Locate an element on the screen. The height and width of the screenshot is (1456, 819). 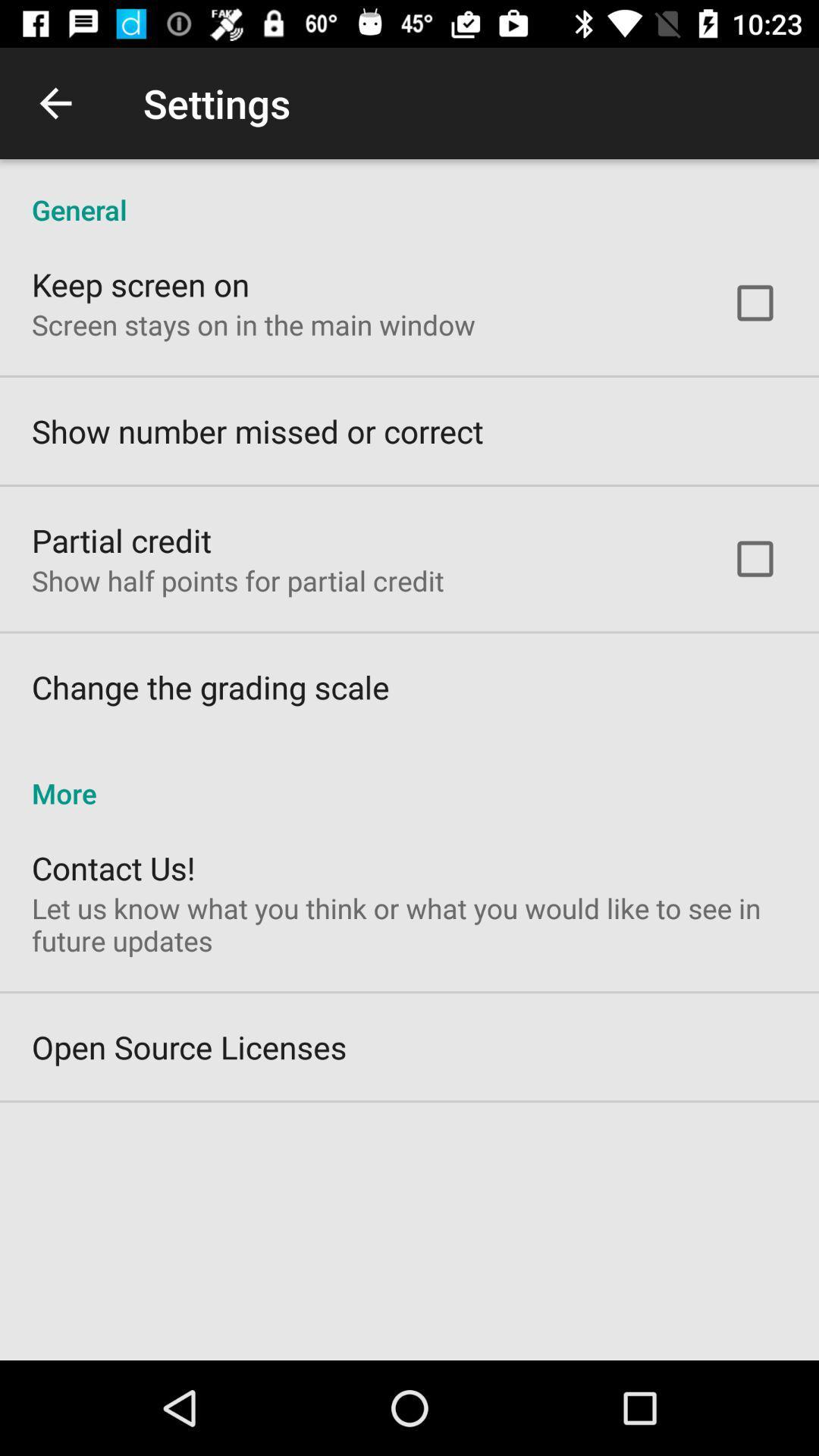
the show number missed is located at coordinates (256, 430).